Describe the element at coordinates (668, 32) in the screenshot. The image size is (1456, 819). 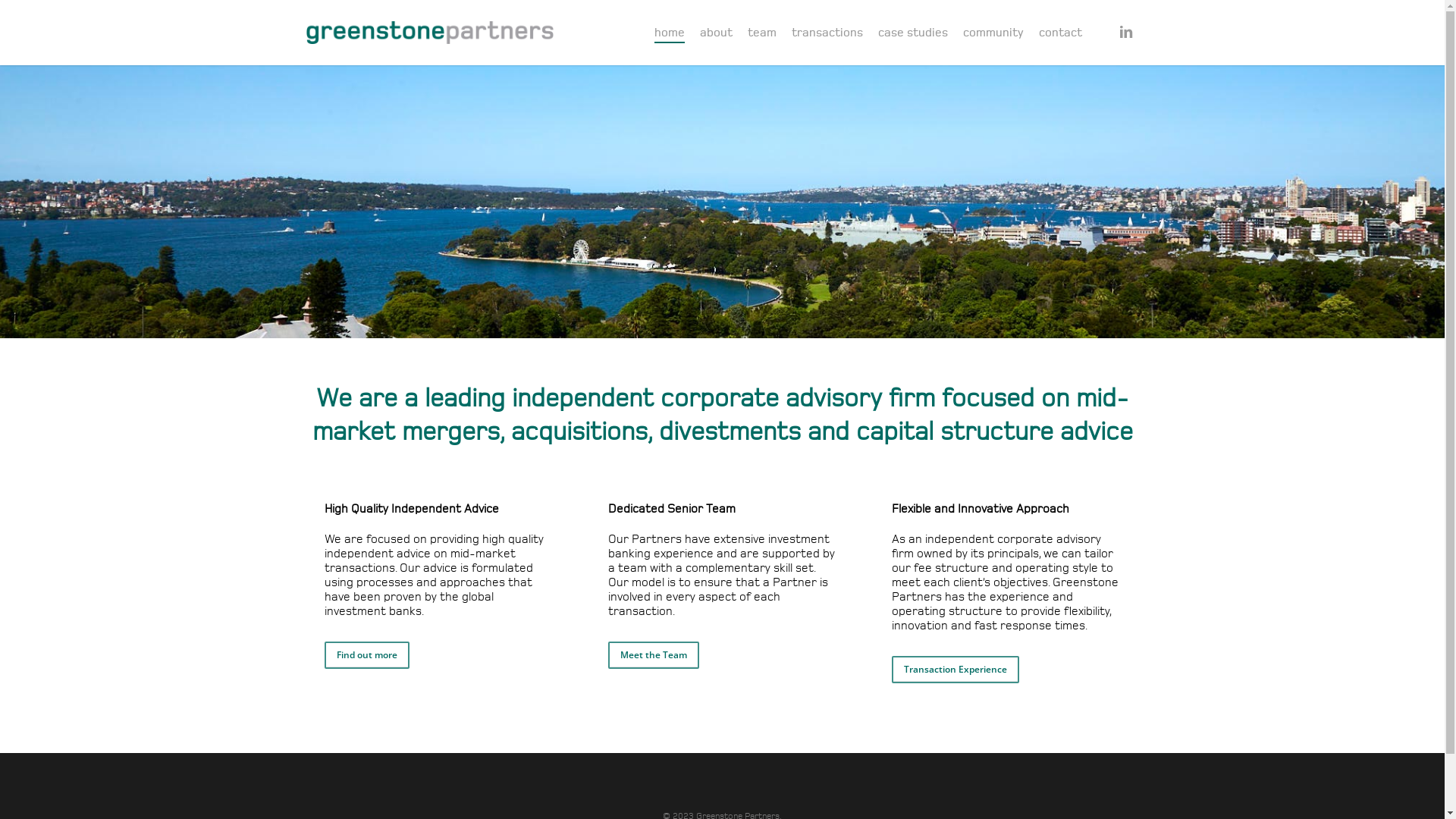
I see `'home'` at that location.